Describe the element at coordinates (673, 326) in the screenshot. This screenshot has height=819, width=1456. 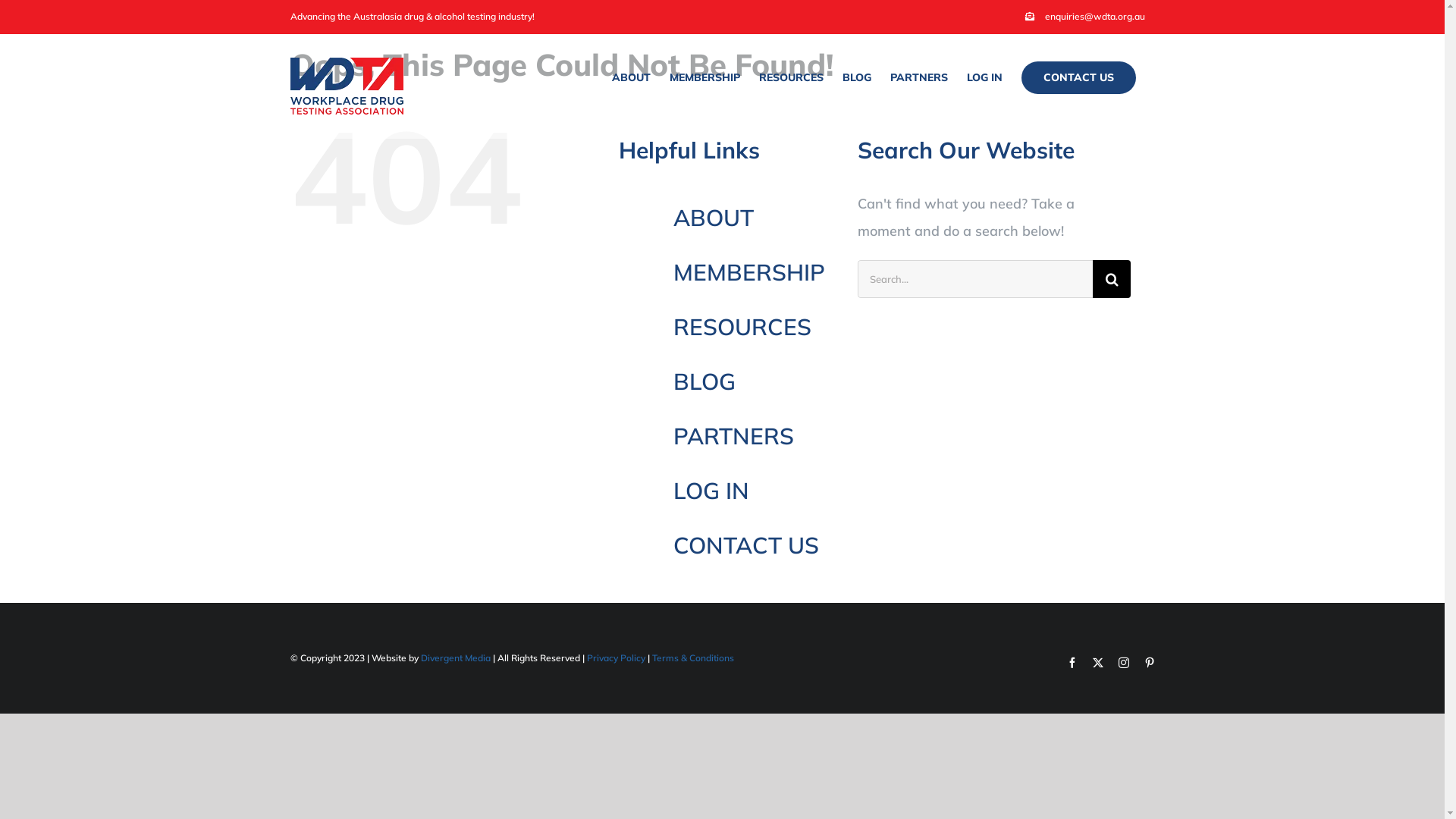
I see `'RESOURCES'` at that location.